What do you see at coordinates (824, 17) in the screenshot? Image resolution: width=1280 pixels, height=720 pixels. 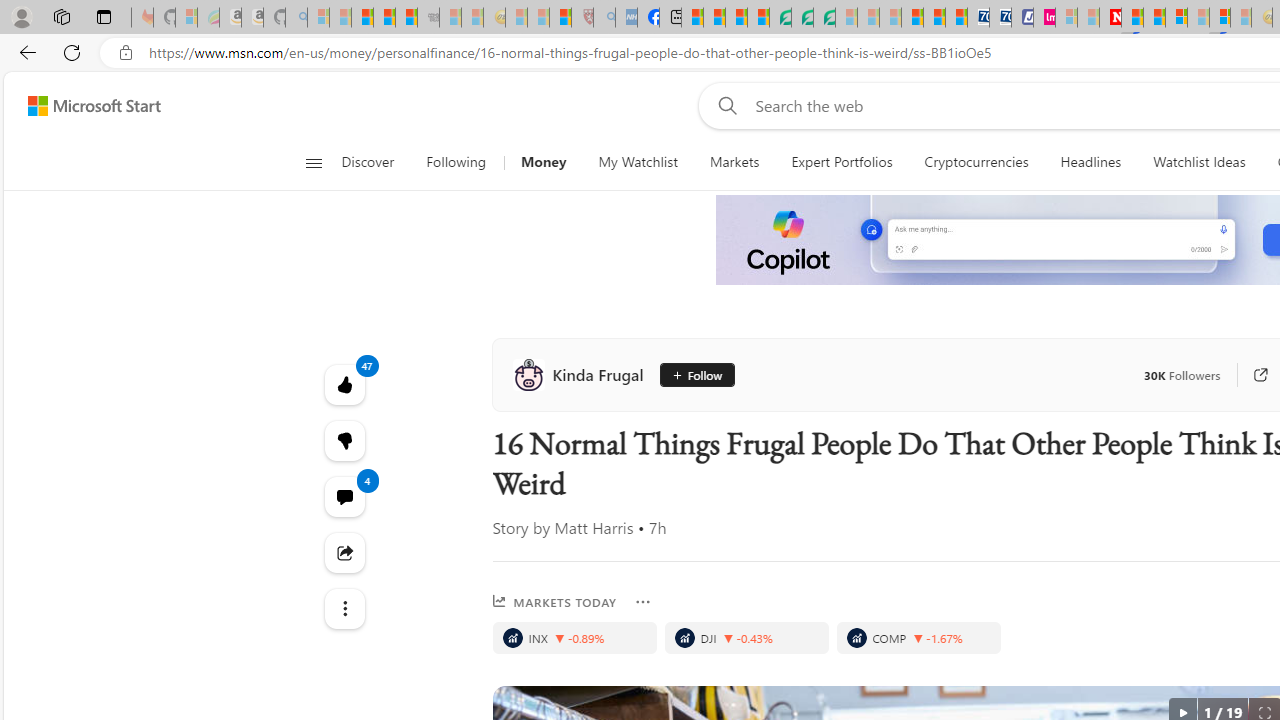 I see `'Microsoft Word - consumer-privacy address update 2.2021'` at bounding box center [824, 17].